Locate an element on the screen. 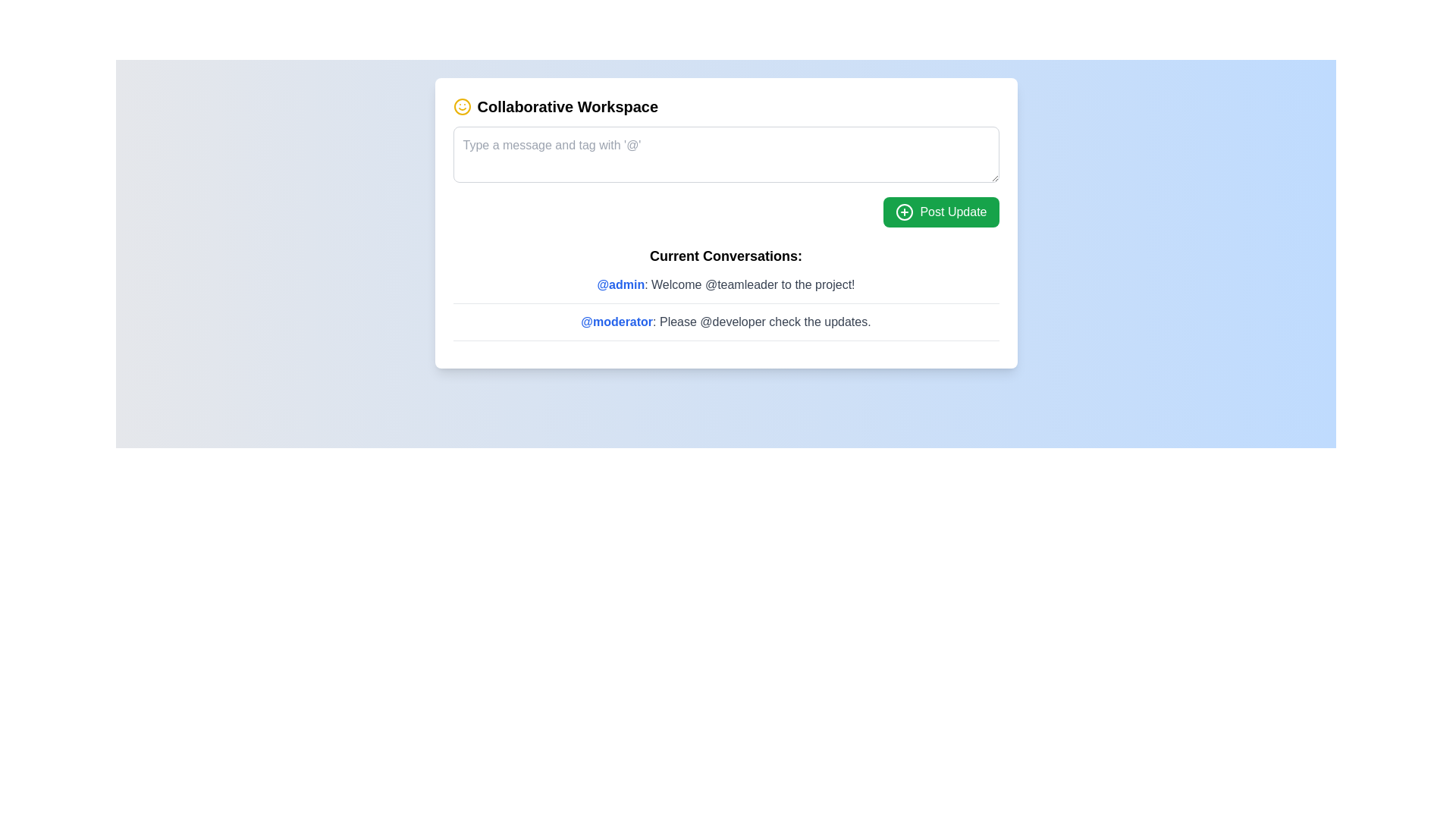  the '@admin' hyperlink in the first message of the 'Current Conversations' section is located at coordinates (620, 284).